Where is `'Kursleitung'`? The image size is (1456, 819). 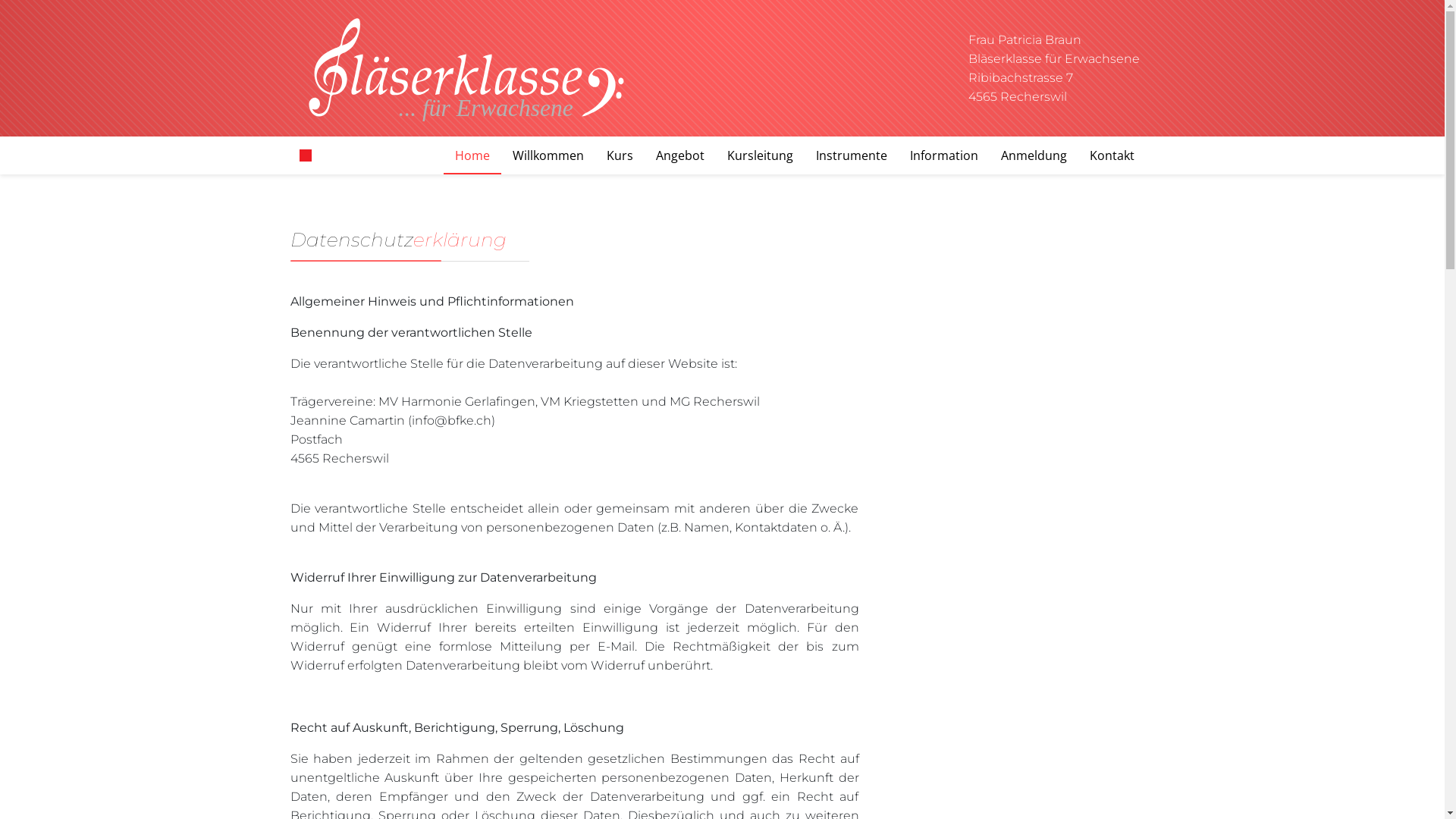 'Kursleitung' is located at coordinates (760, 155).